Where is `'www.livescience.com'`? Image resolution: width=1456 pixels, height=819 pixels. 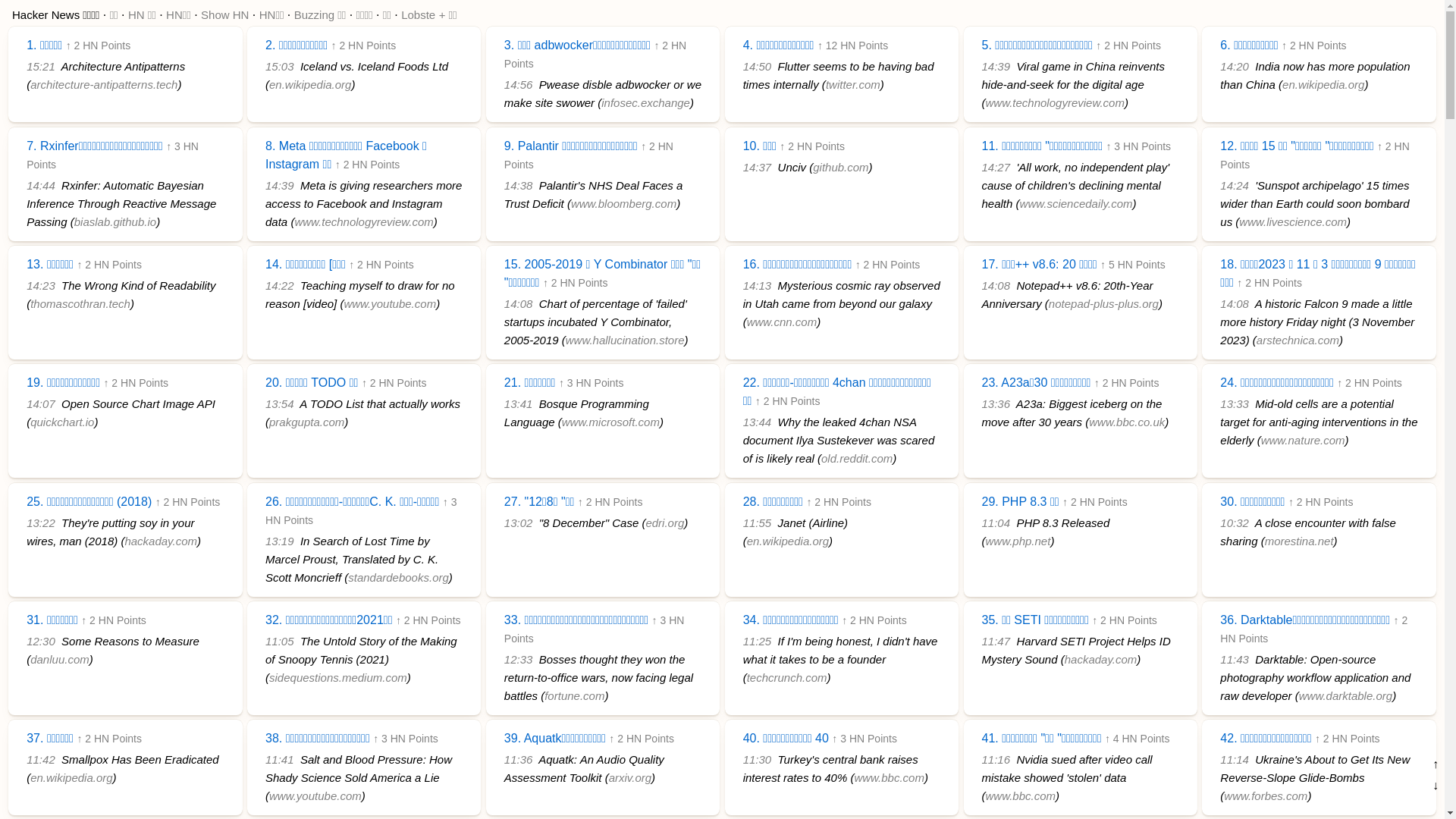 'www.livescience.com' is located at coordinates (1291, 221).